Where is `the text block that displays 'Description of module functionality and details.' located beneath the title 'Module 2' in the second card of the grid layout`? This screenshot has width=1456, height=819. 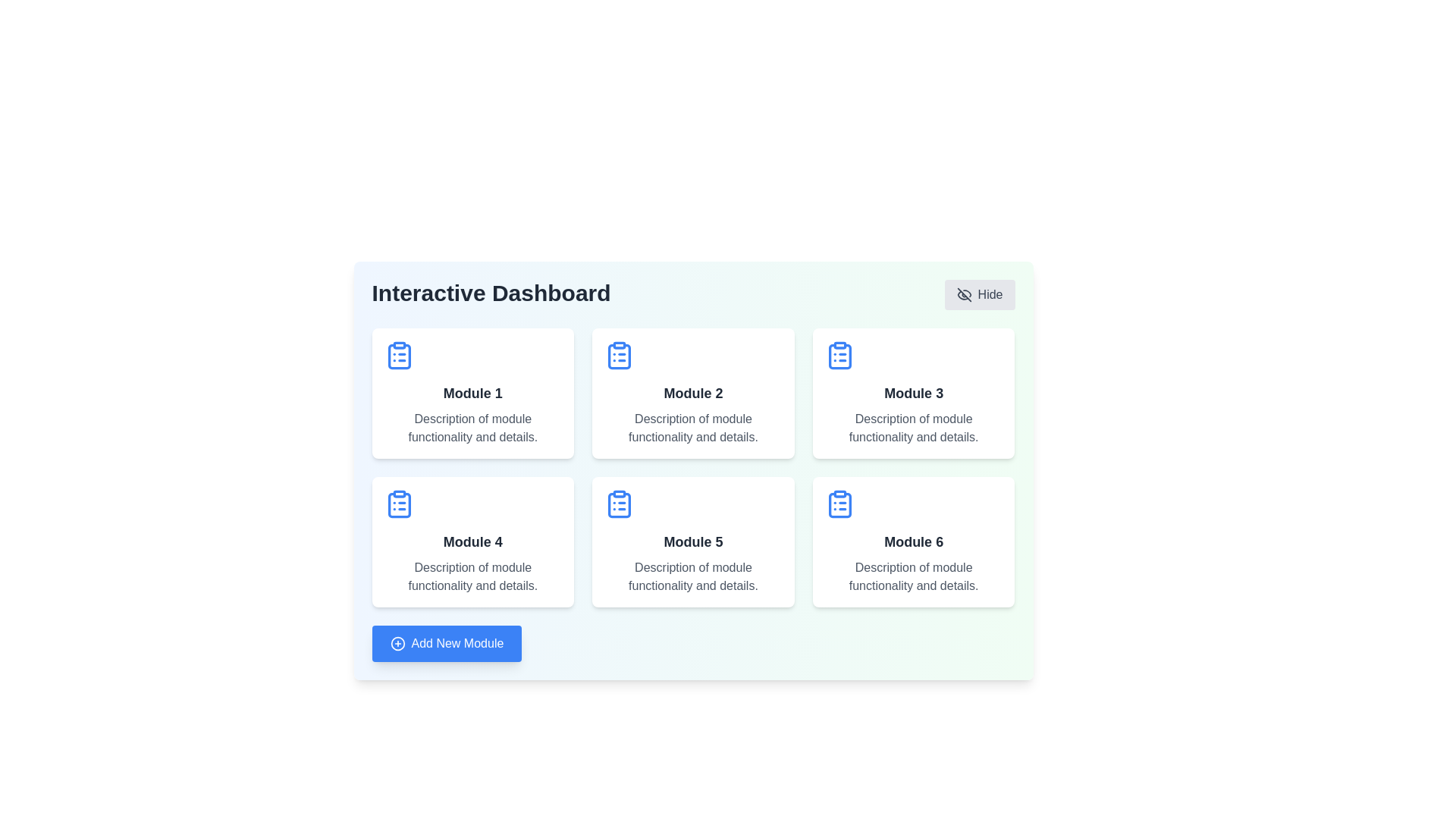
the text block that displays 'Description of module functionality and details.' located beneath the title 'Module 2' in the second card of the grid layout is located at coordinates (692, 428).